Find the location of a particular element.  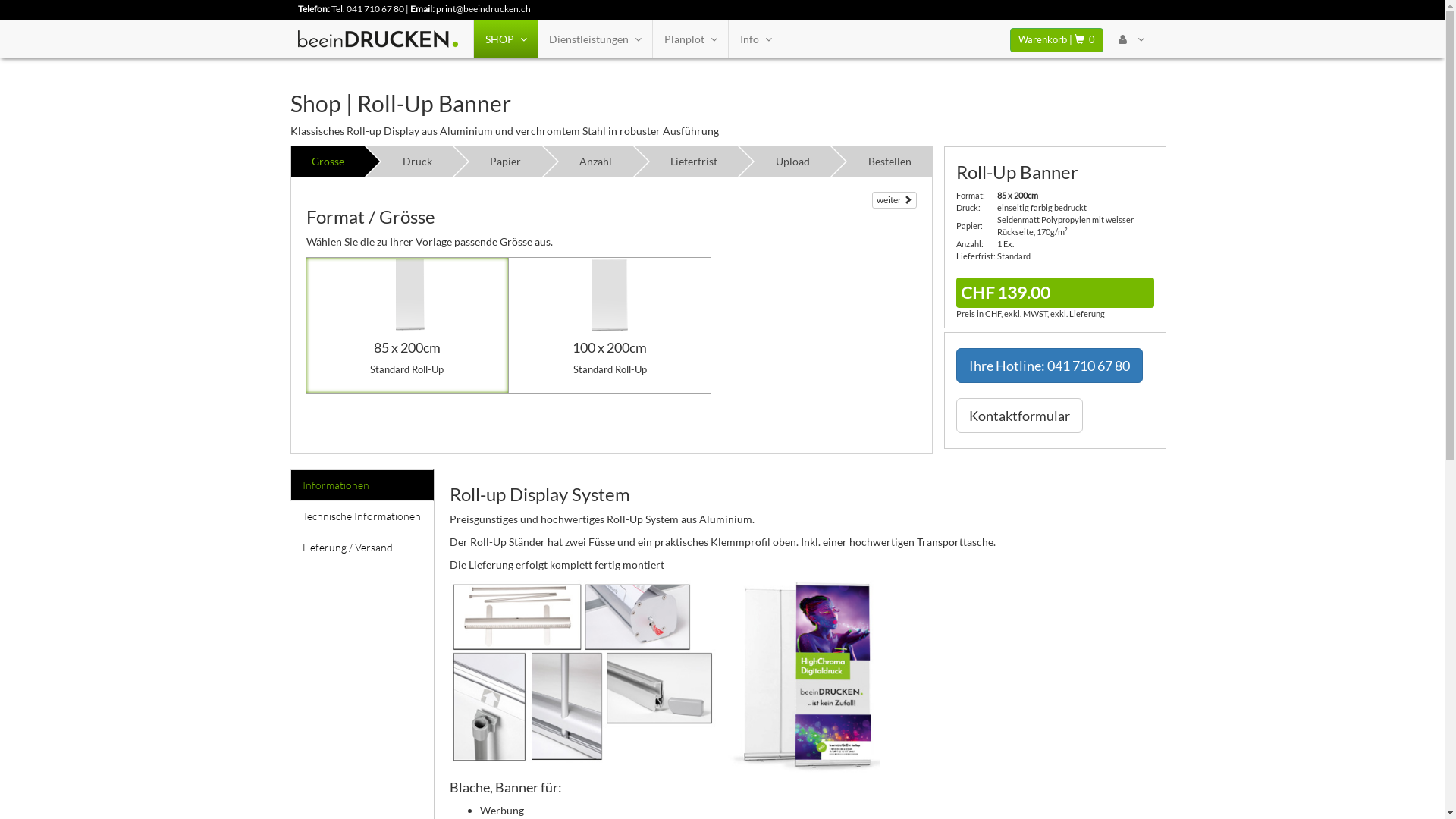

'Dienstleistungen' is located at coordinates (593, 38).